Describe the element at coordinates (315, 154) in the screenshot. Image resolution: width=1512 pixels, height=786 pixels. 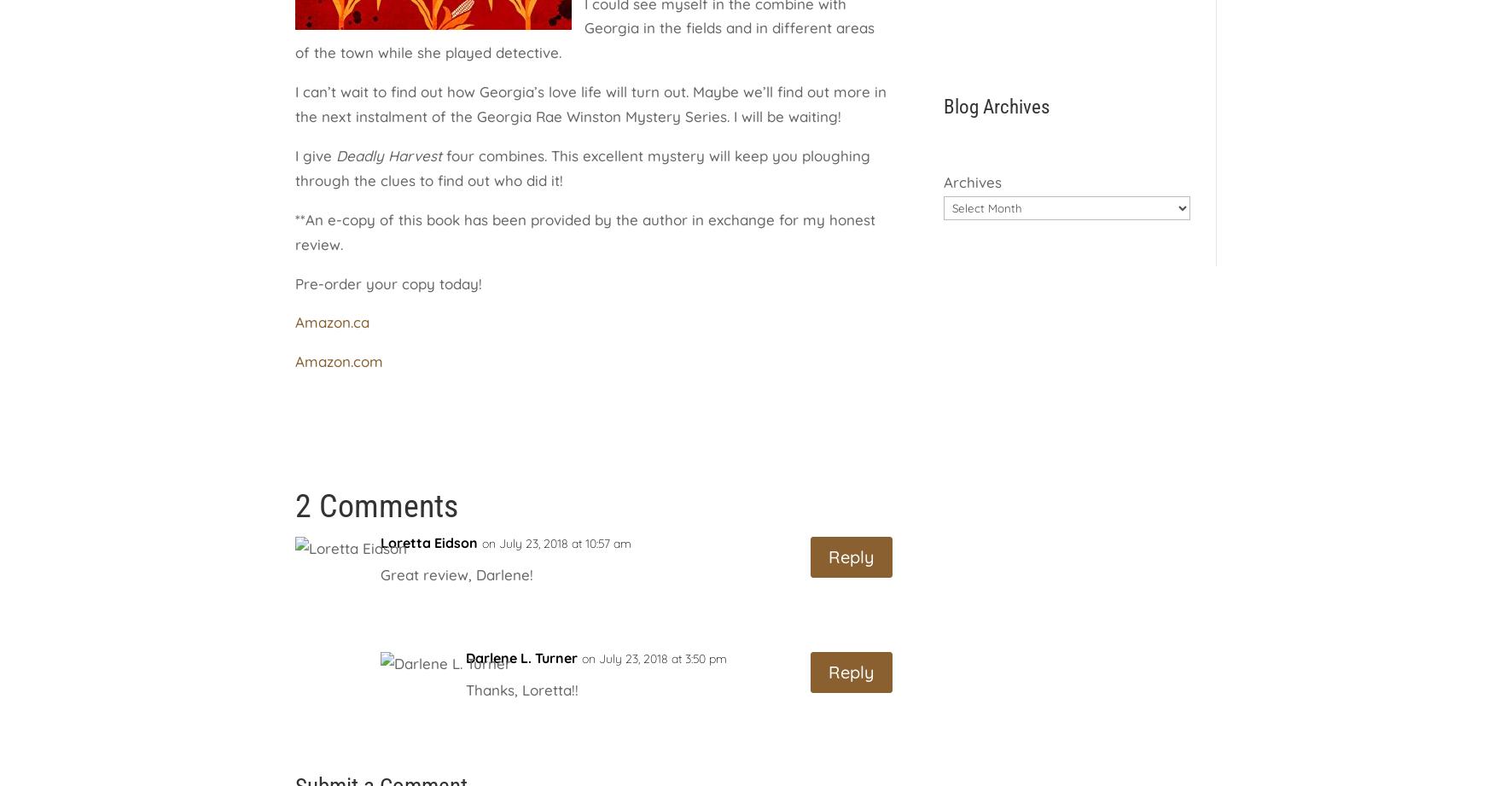
I see `'I give'` at that location.